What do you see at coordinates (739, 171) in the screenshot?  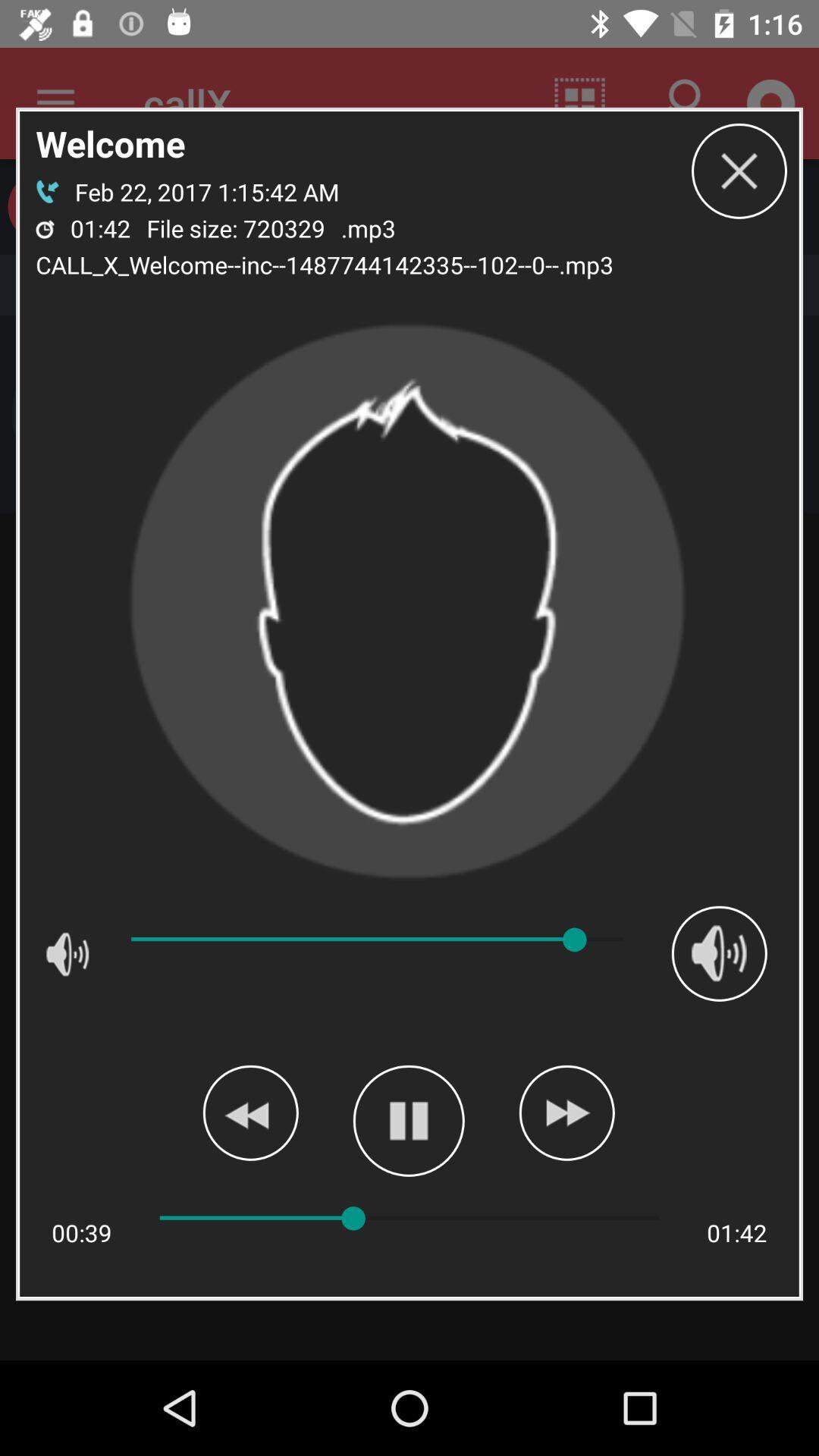 I see `box button` at bounding box center [739, 171].